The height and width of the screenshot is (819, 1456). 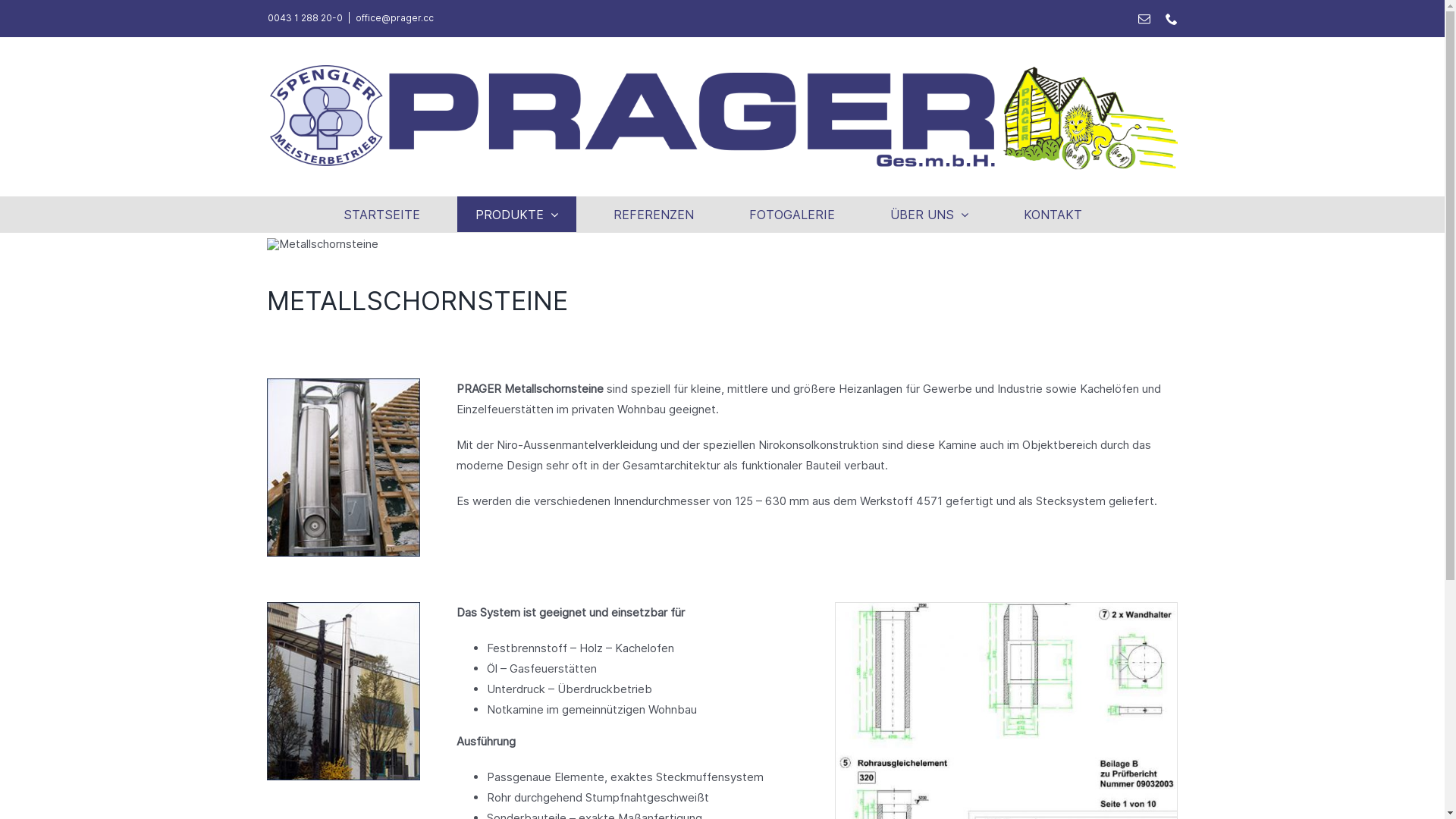 I want to click on 'REFERENZEN', so click(x=654, y=214).